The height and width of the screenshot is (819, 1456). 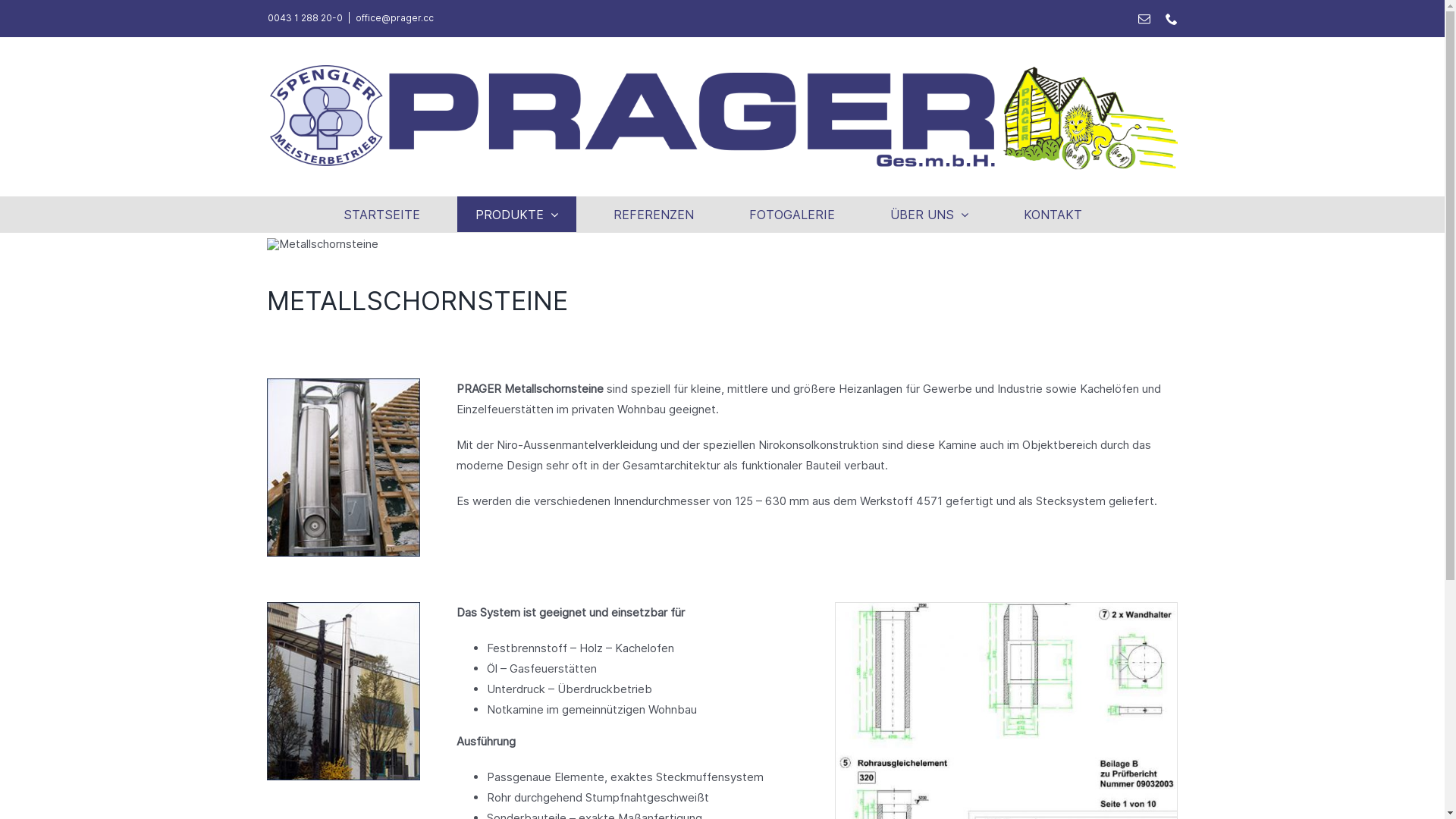 I want to click on 'REFERENZEN', so click(x=654, y=214).